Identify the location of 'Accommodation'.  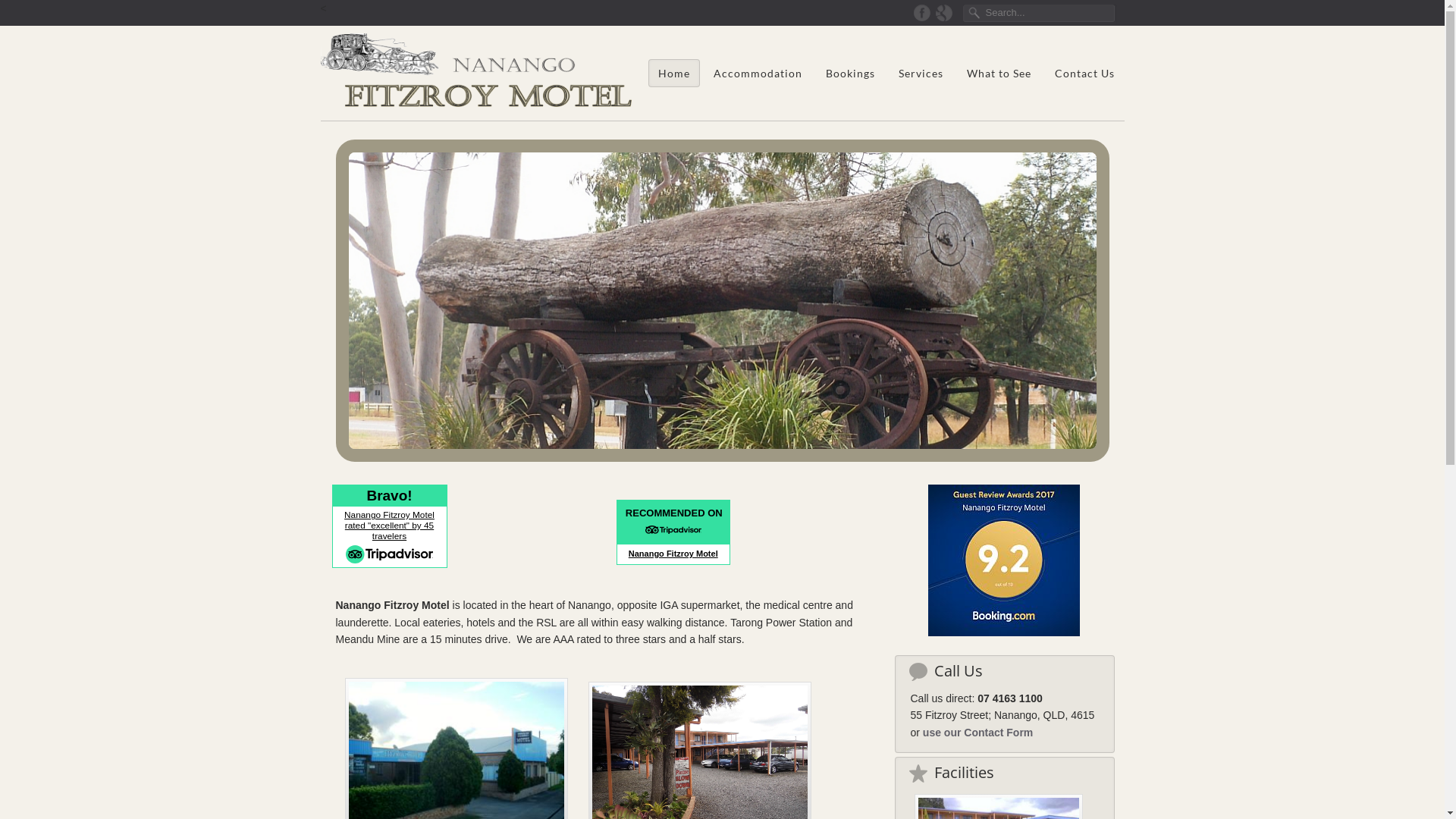
(757, 73).